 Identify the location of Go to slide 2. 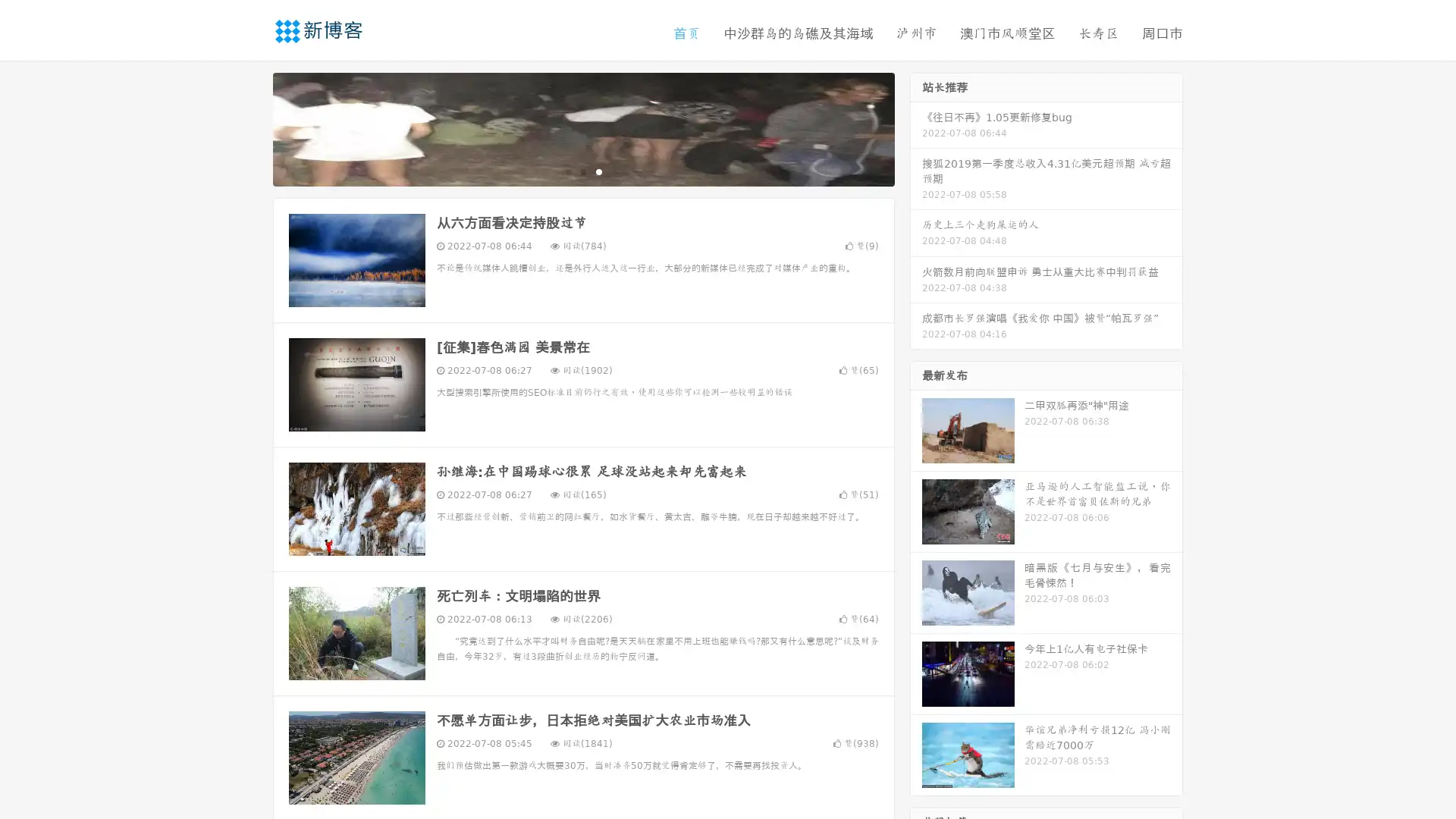
(582, 171).